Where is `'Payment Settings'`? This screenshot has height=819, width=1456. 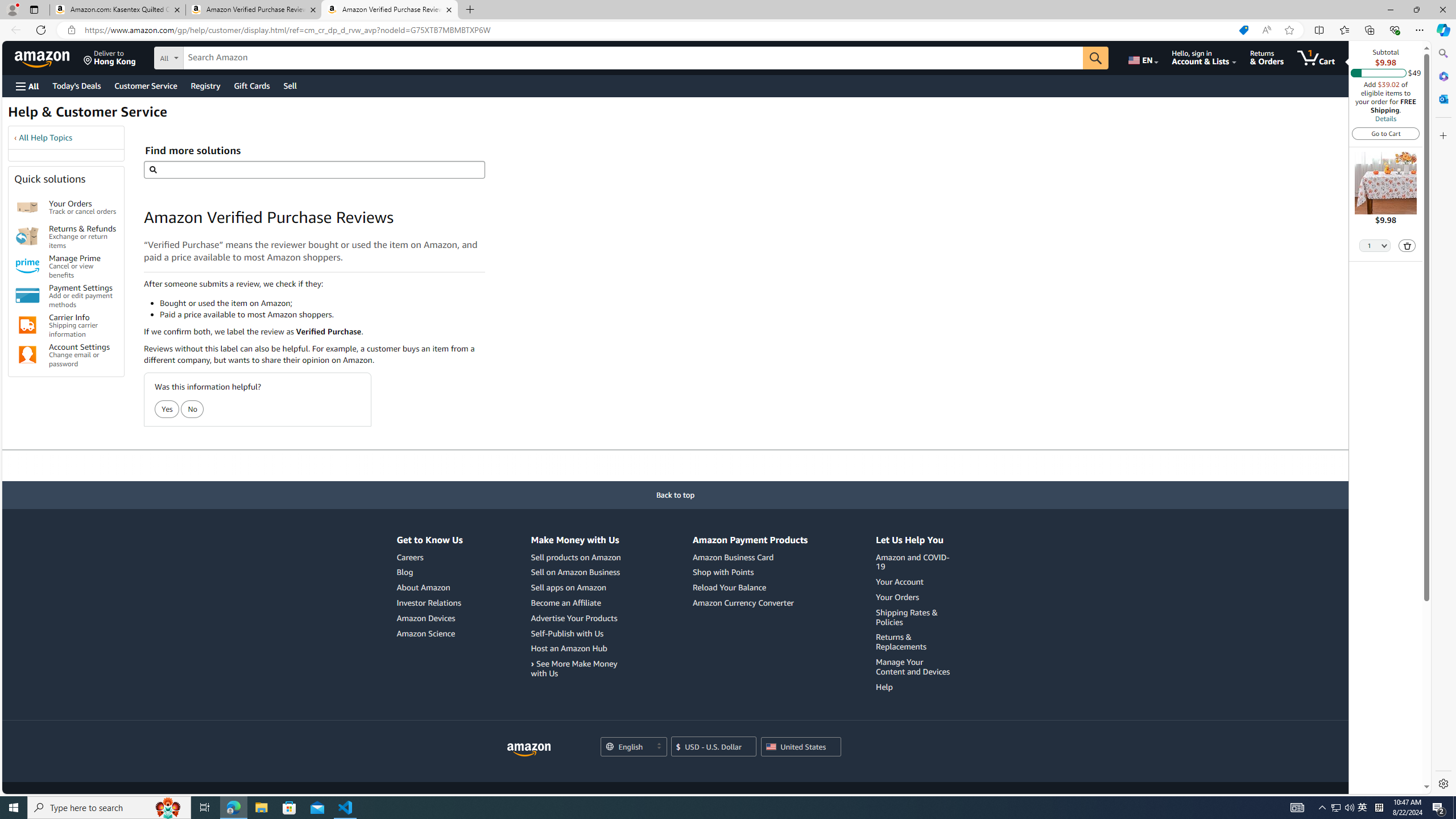
'Payment Settings' is located at coordinates (27, 295).